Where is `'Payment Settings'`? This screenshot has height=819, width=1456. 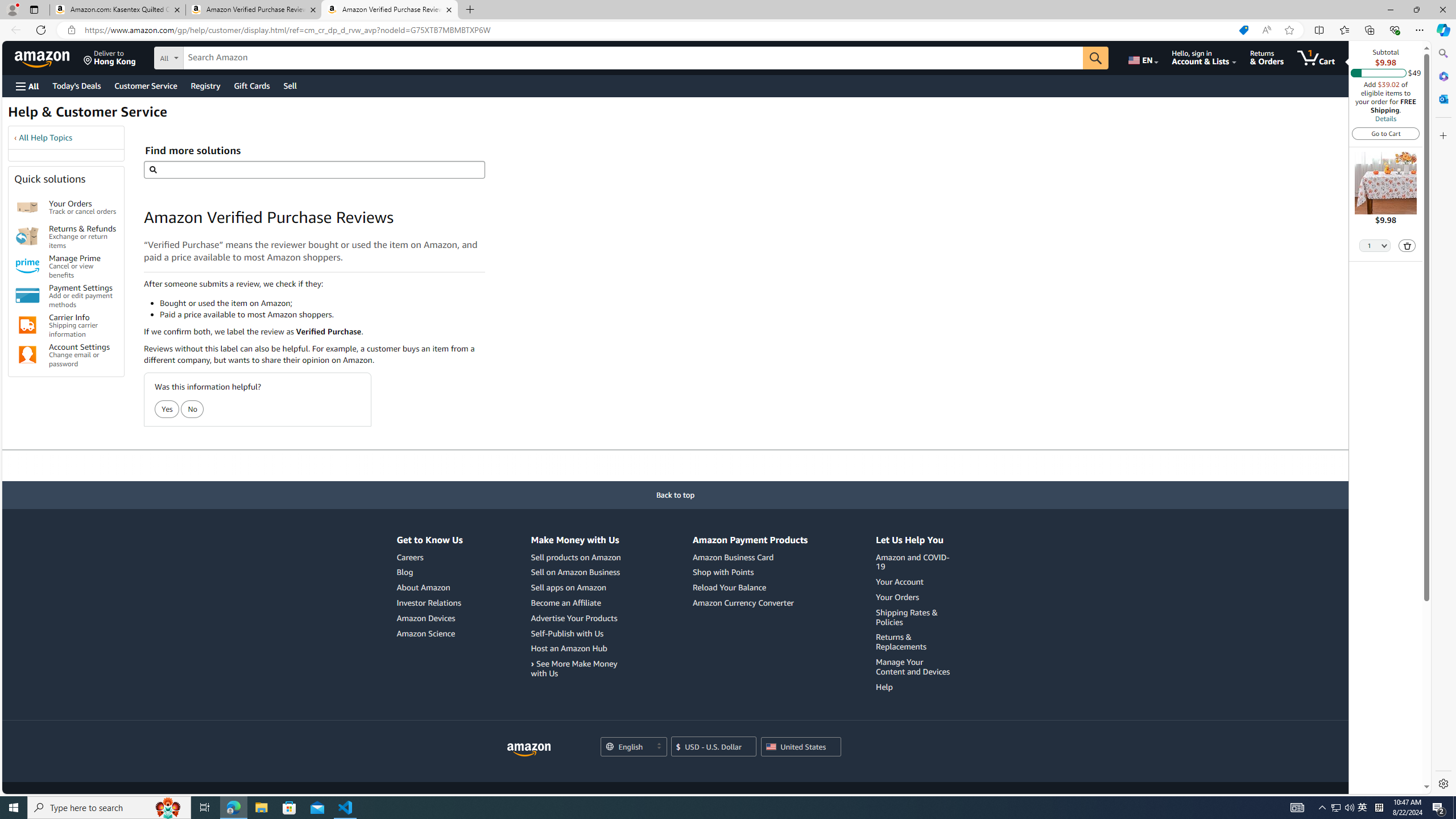
'Payment Settings' is located at coordinates (27, 295).